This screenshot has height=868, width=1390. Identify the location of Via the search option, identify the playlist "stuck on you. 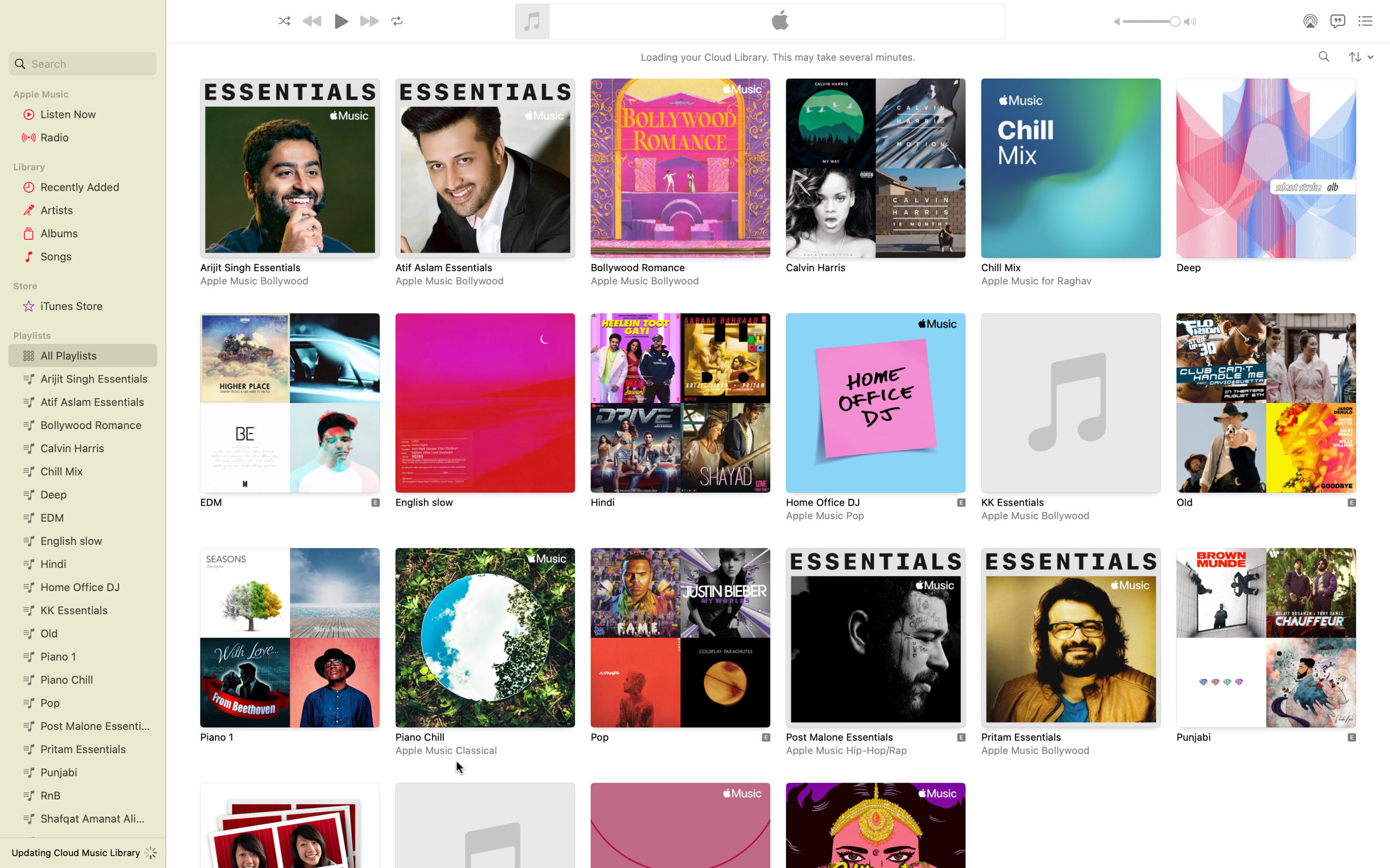
(81, 64).